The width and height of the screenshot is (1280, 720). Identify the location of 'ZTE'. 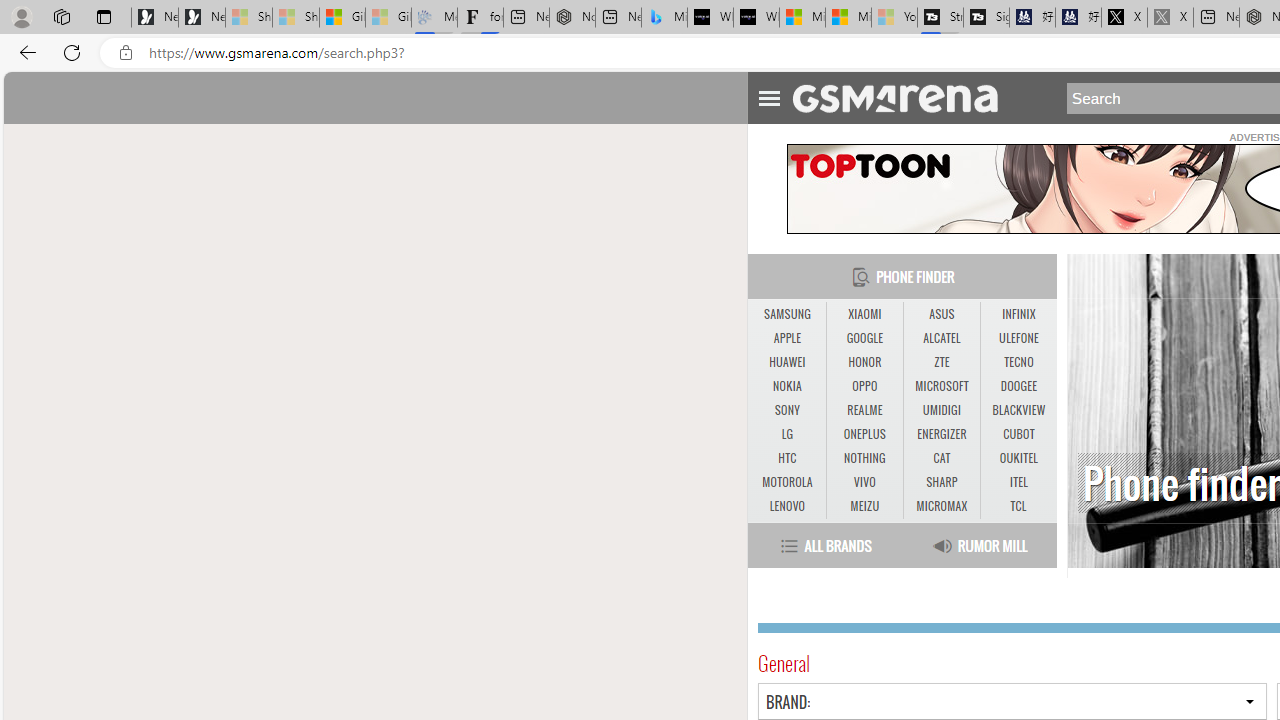
(940, 362).